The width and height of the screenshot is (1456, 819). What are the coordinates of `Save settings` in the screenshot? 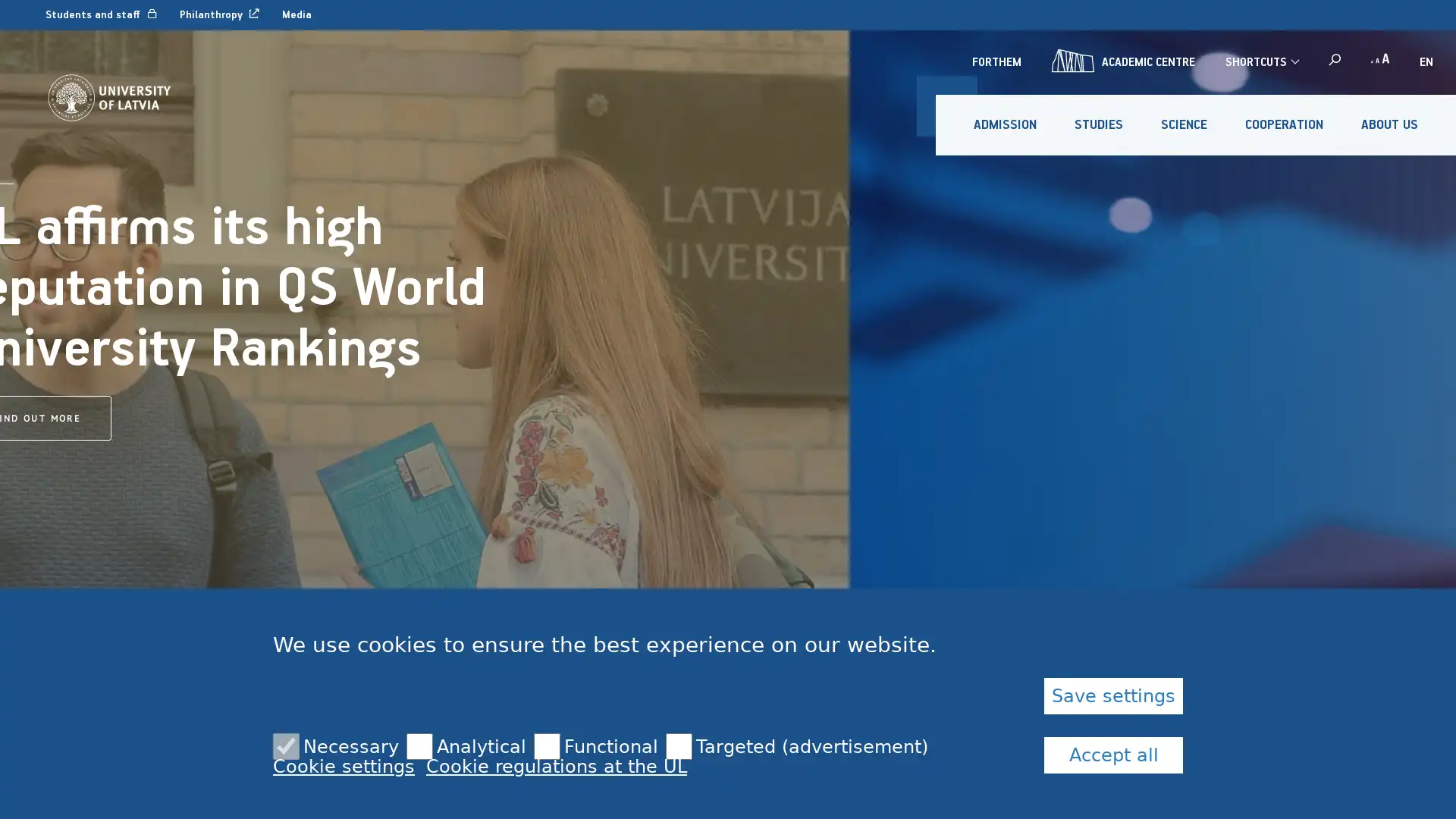 It's located at (1113, 696).